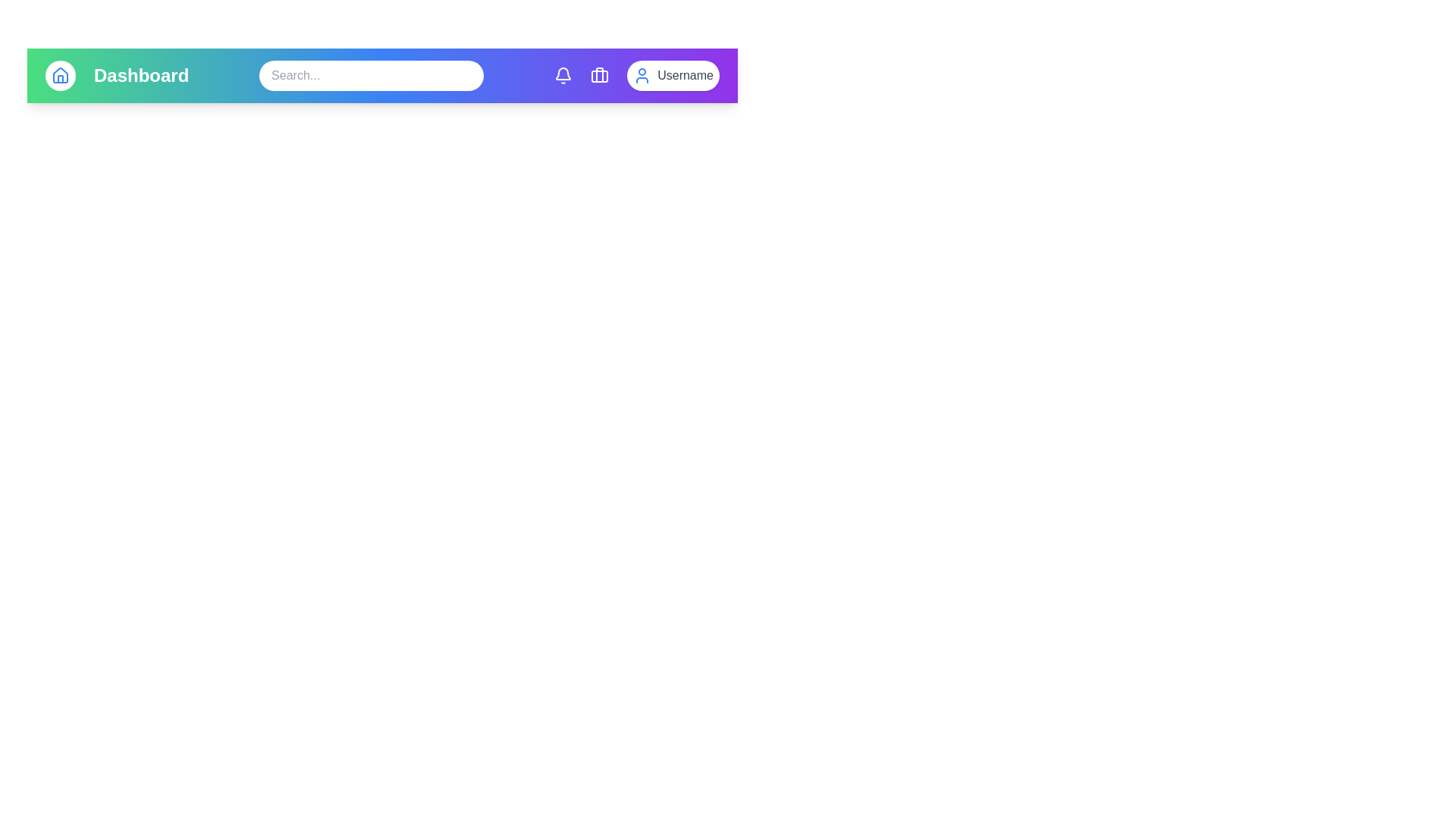 This screenshot has width=1456, height=819. I want to click on the user profile button to access user profile options, so click(673, 76).